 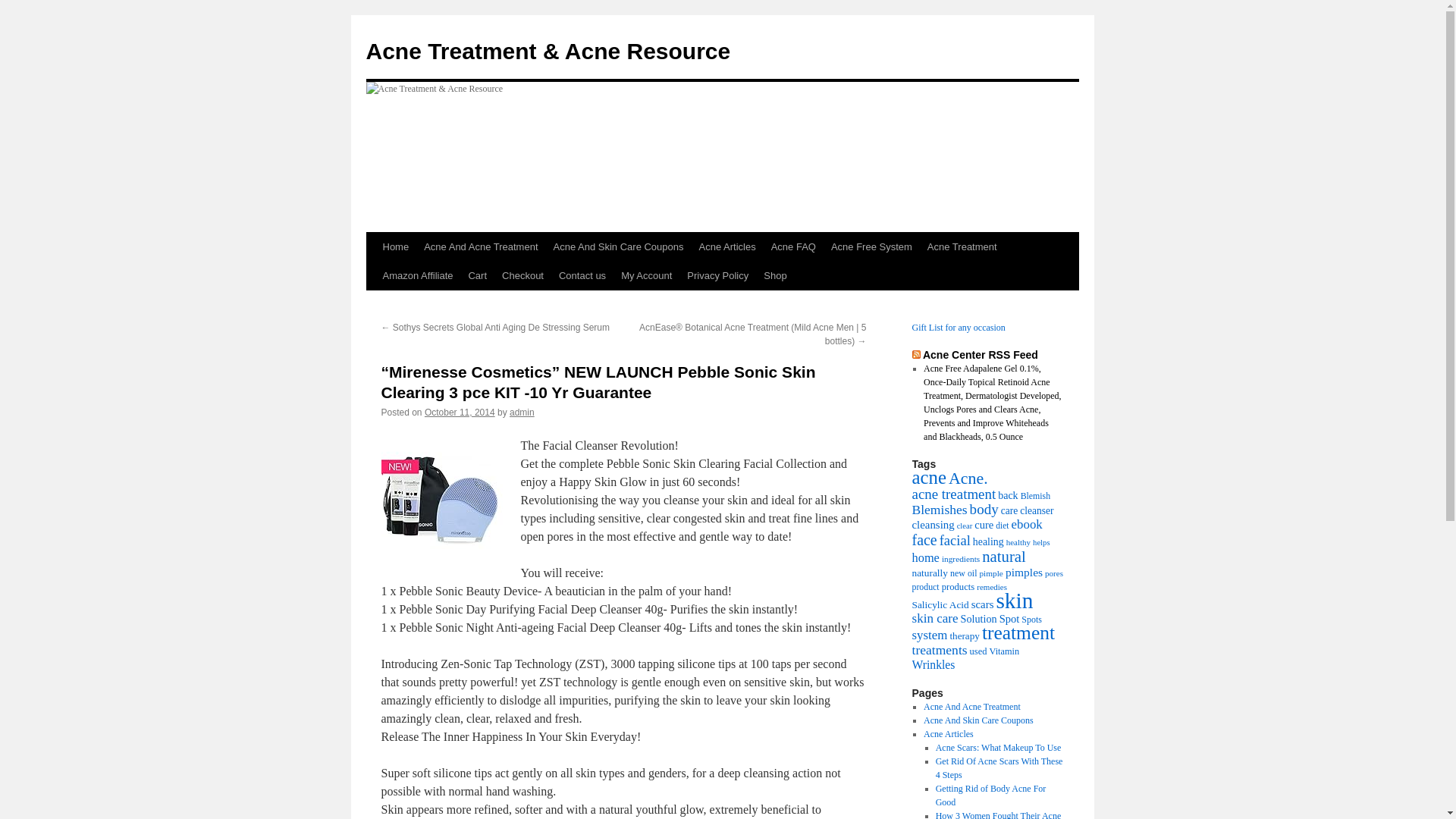 I want to click on 'pimple', so click(x=990, y=573).